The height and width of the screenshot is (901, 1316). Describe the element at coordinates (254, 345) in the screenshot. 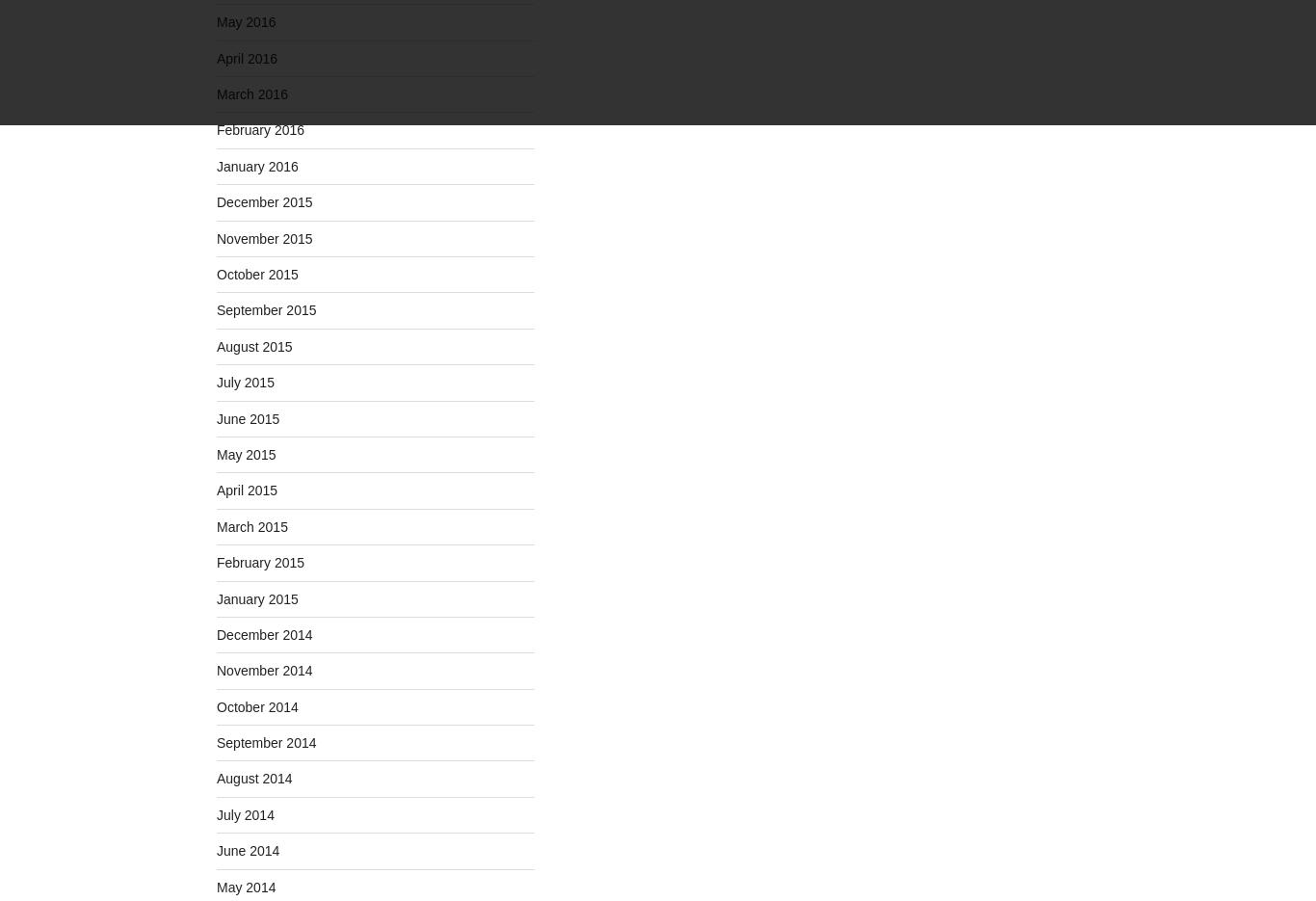

I see `'August 2015'` at that location.